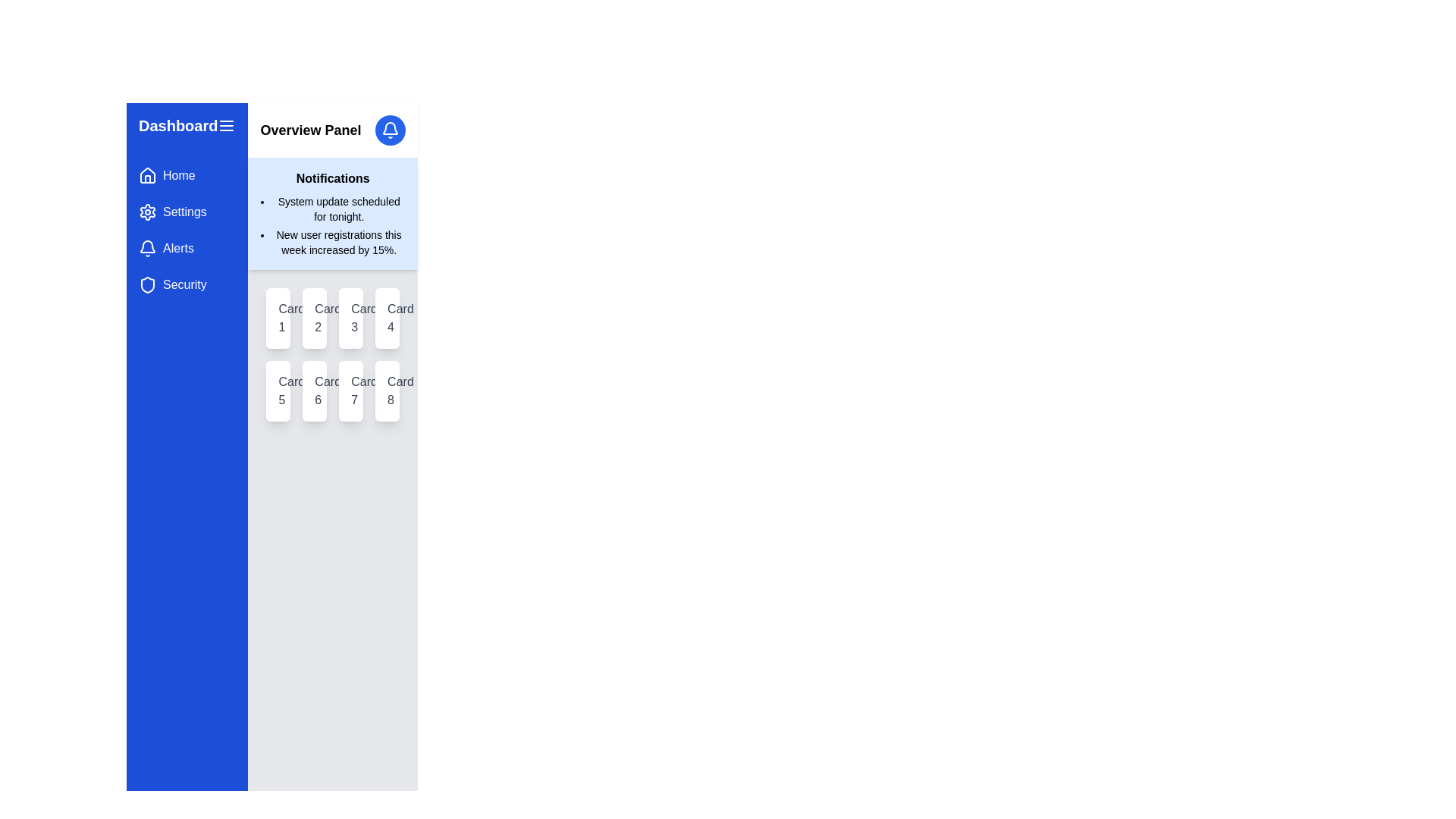 This screenshot has height=819, width=1456. Describe the element at coordinates (148, 174) in the screenshot. I see `the house icon located in the top section of the sidebar navigation panel` at that location.